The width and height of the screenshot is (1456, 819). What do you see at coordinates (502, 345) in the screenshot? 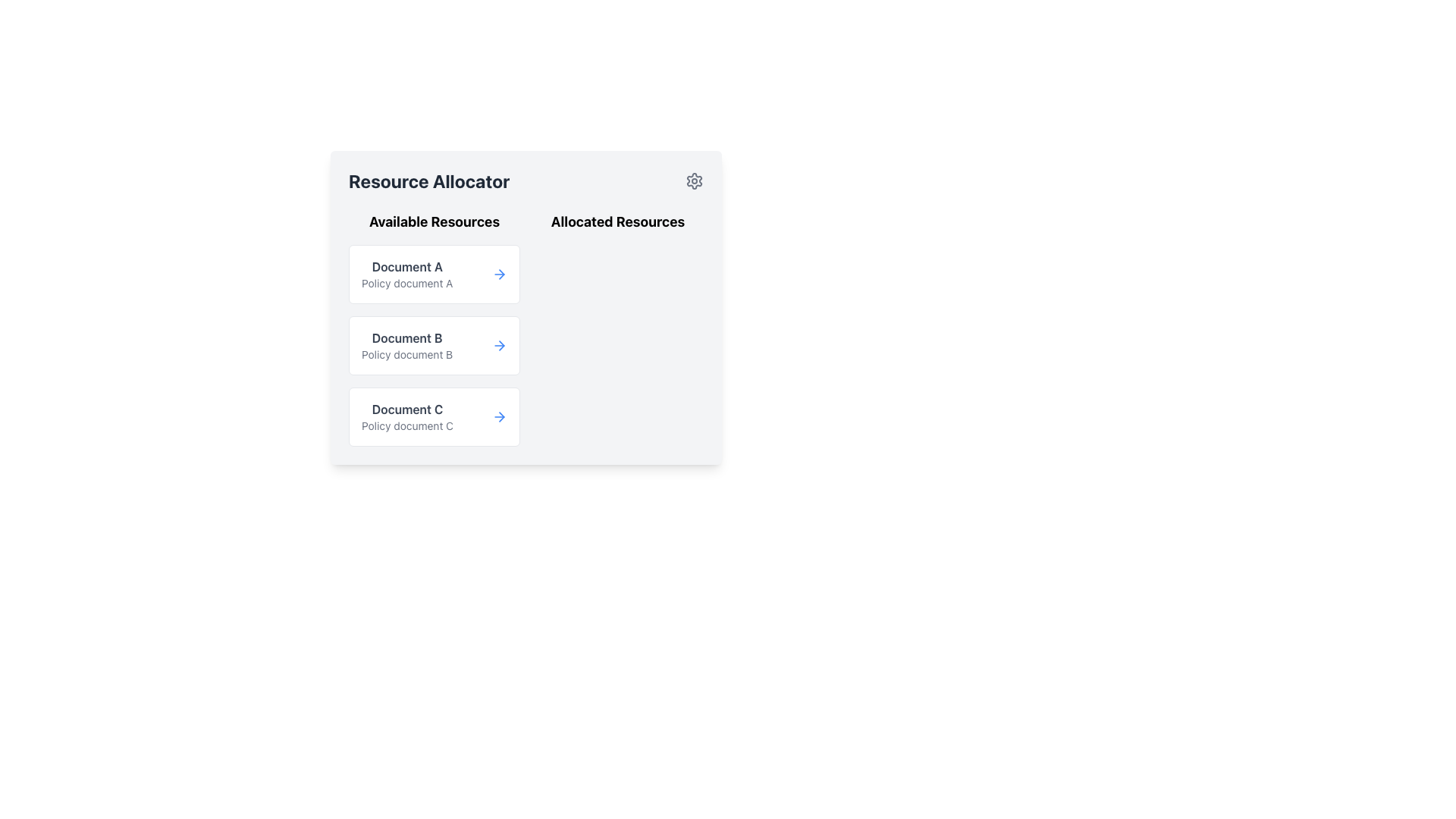
I see `the rightward-pointing arrow icon located next to 'Document B' in the 'Available Resources' section` at bounding box center [502, 345].